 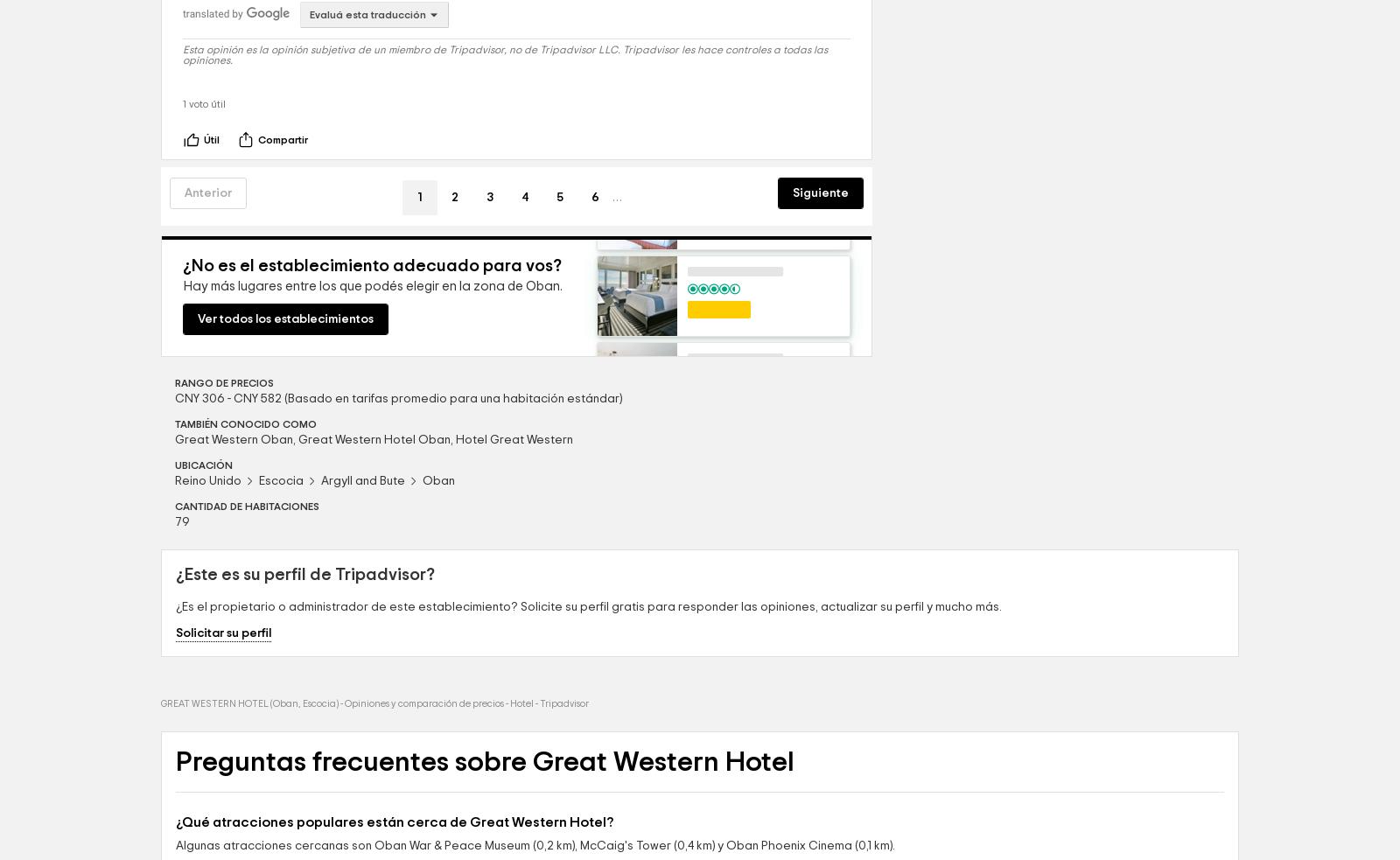 I want to click on 'Útil', so click(x=203, y=262).